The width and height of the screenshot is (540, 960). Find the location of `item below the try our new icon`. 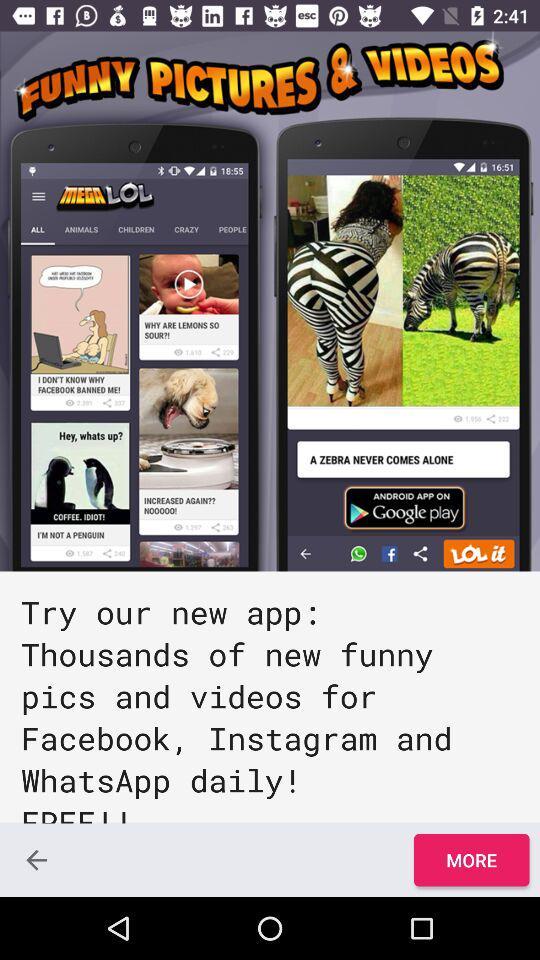

item below the try our new icon is located at coordinates (471, 859).